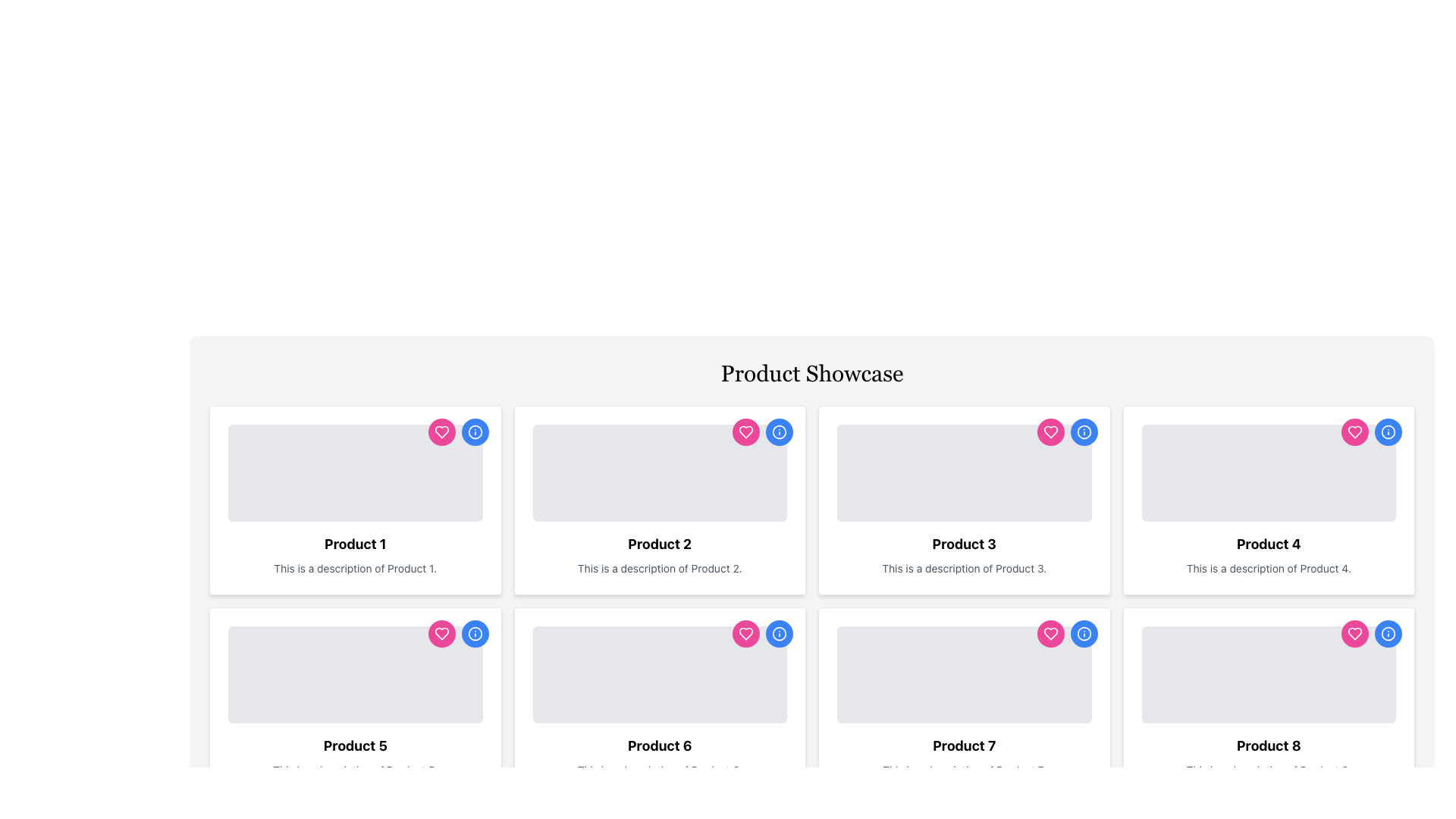 Image resolution: width=1456 pixels, height=819 pixels. I want to click on the heart-shaped icon, so click(745, 432).